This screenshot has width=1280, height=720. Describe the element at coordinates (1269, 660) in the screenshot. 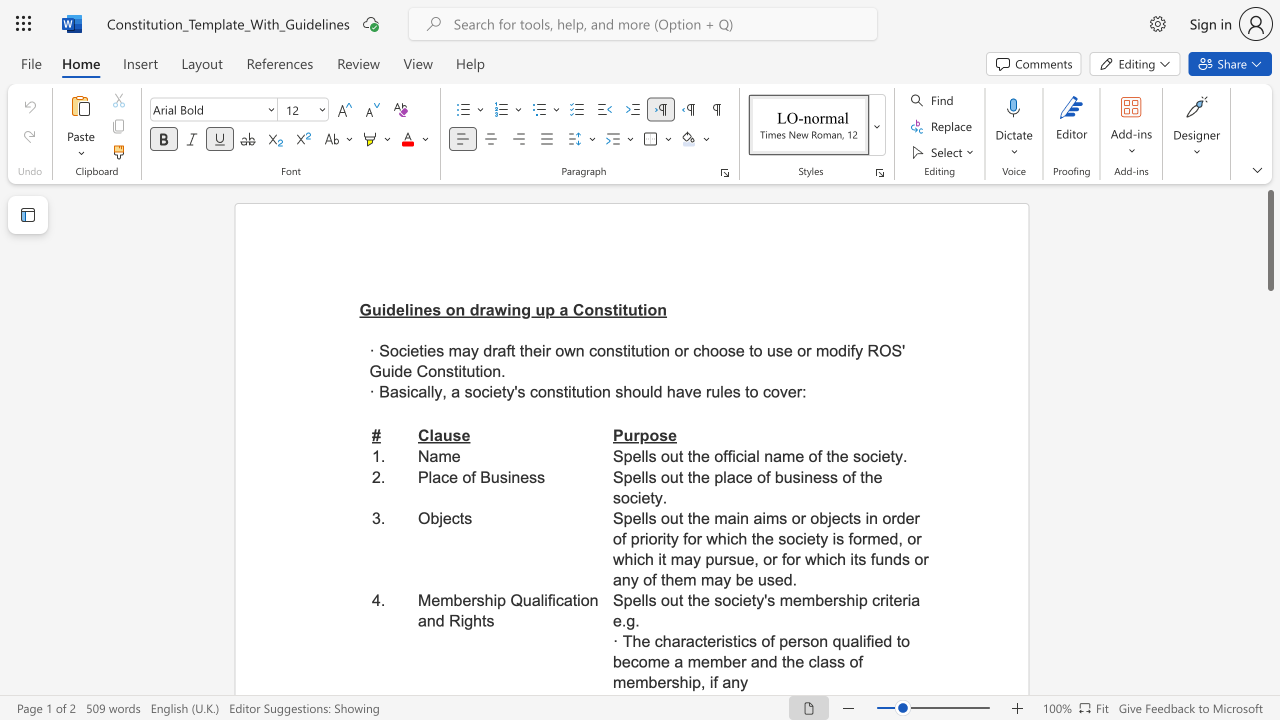

I see `the scrollbar to move the view down` at that location.